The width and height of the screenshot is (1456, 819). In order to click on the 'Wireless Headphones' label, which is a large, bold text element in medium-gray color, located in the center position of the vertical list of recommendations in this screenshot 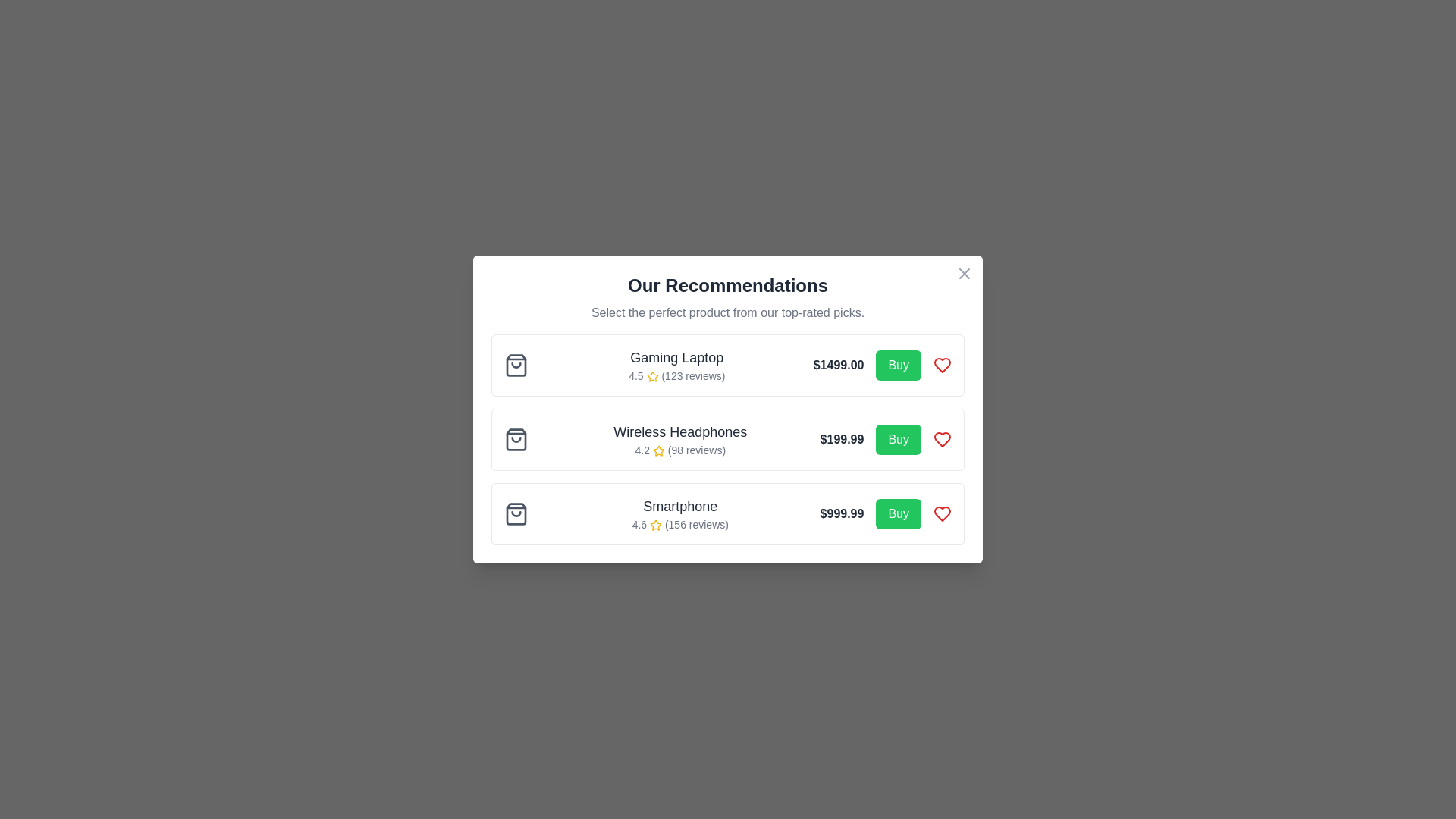, I will do `click(679, 432)`.